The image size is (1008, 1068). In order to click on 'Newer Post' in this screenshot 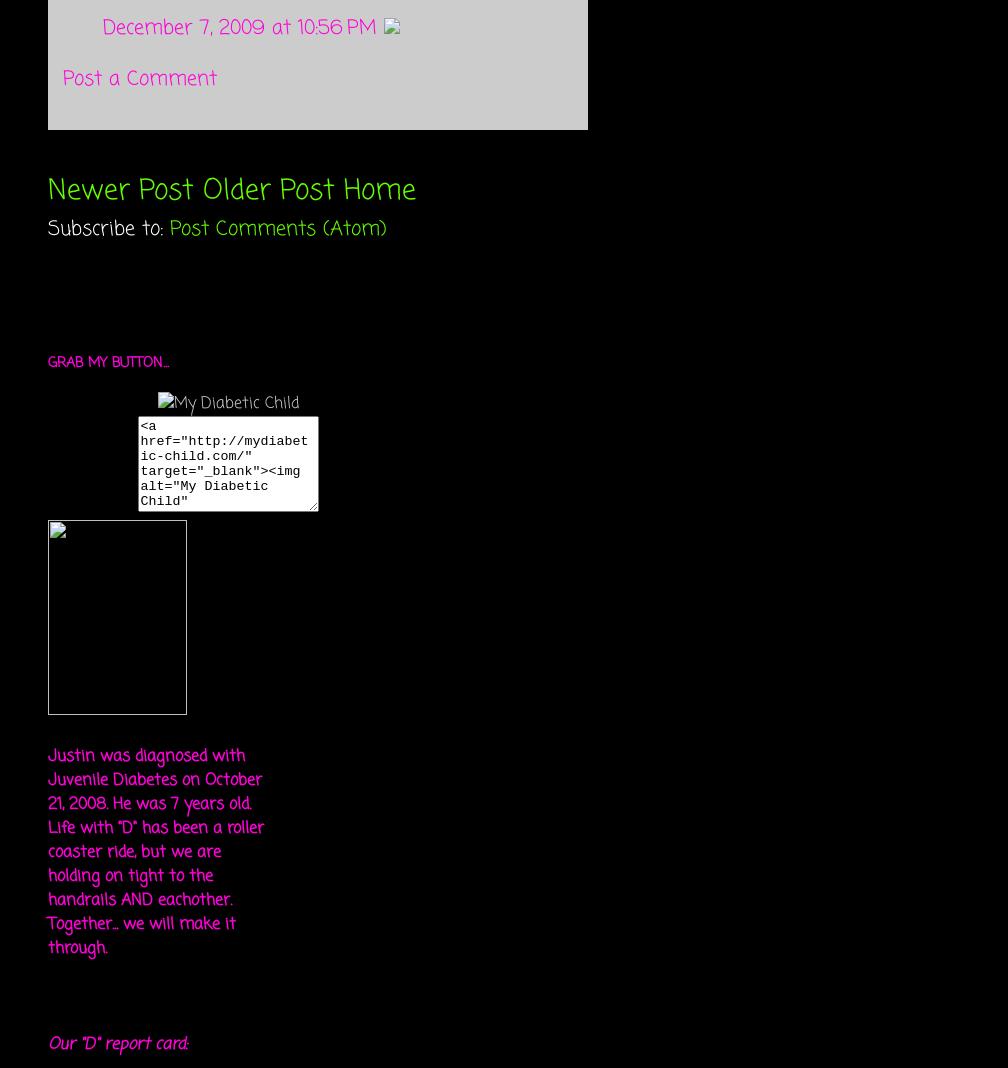, I will do `click(120, 190)`.